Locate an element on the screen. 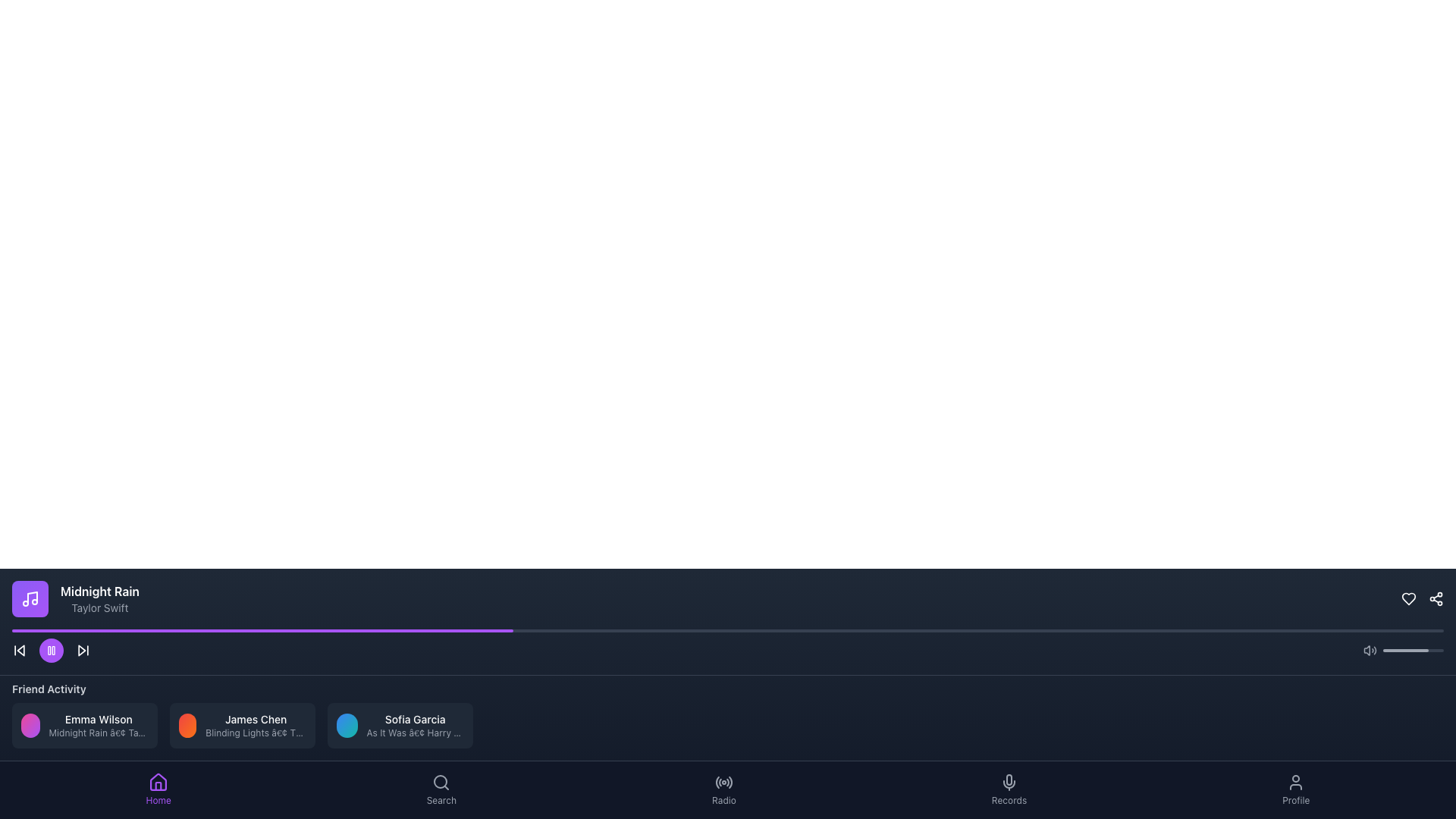 This screenshot has height=819, width=1456. the heart-shaped icon styled with a stroke-based outline located on the top-right side of the horizontal navigation bar to favorite the content is located at coordinates (1407, 598).